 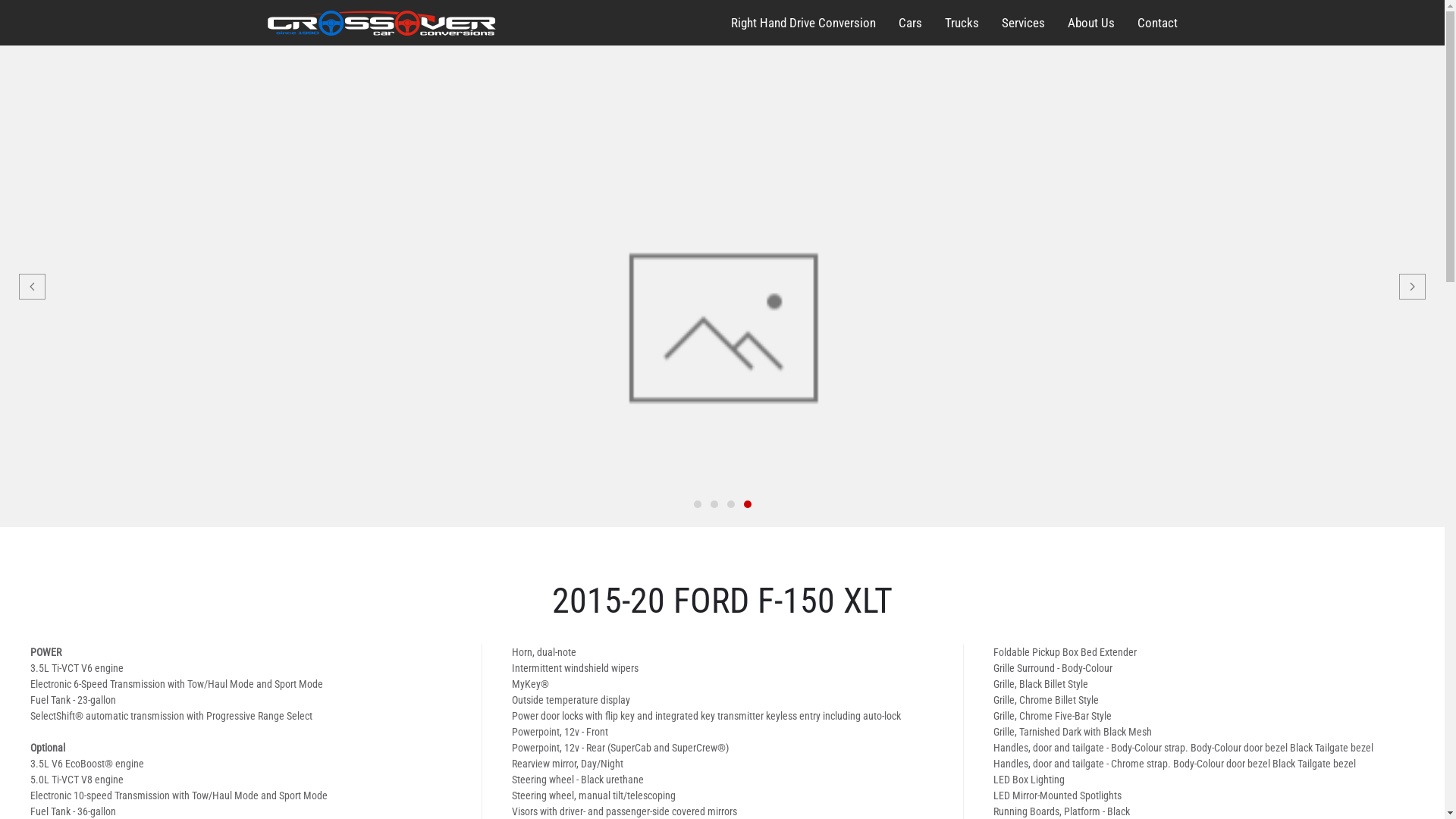 What do you see at coordinates (802, 23) in the screenshot?
I see `'Right Hand Drive Conversion'` at bounding box center [802, 23].